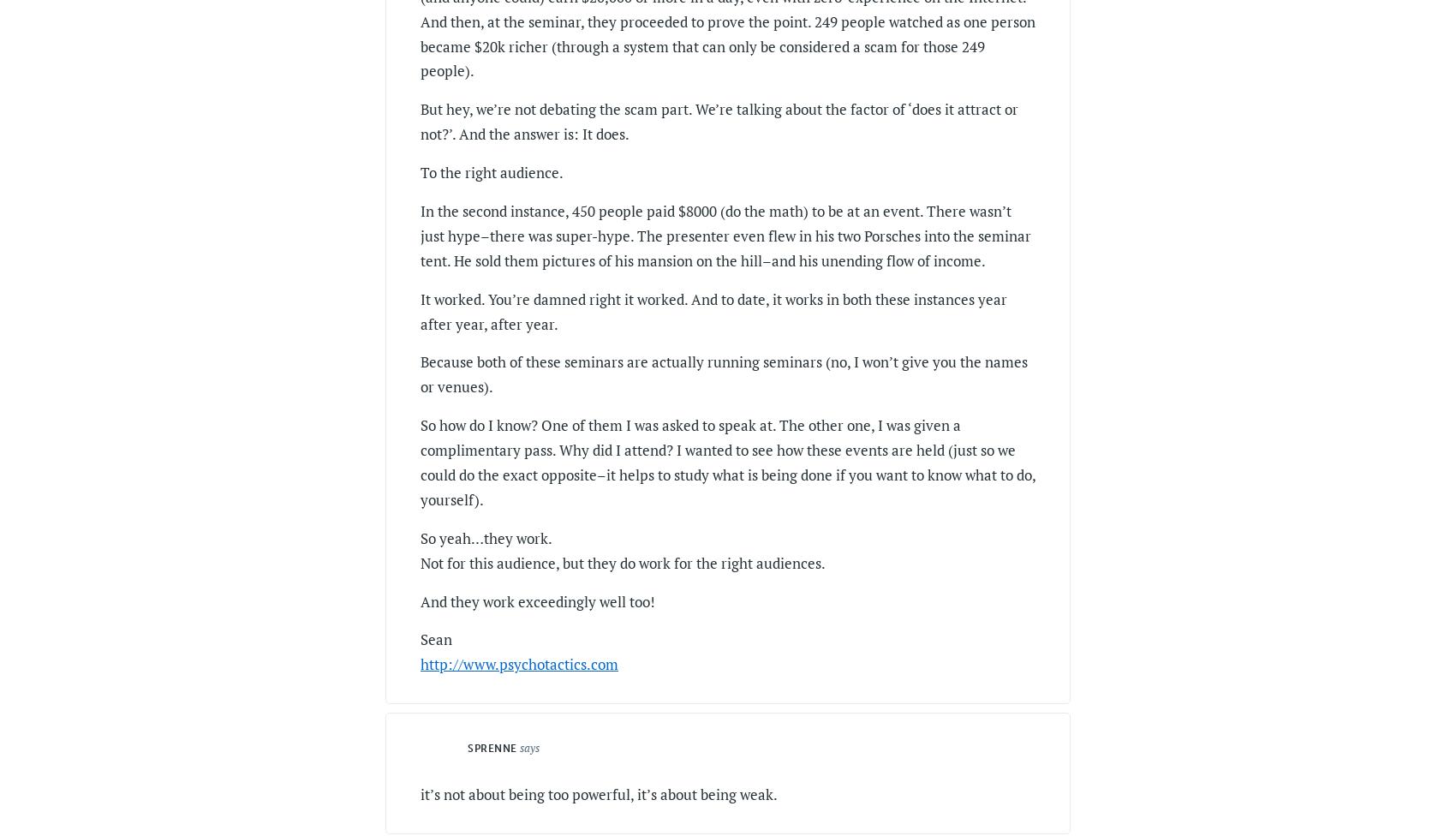  What do you see at coordinates (436, 639) in the screenshot?
I see `'Sean'` at bounding box center [436, 639].